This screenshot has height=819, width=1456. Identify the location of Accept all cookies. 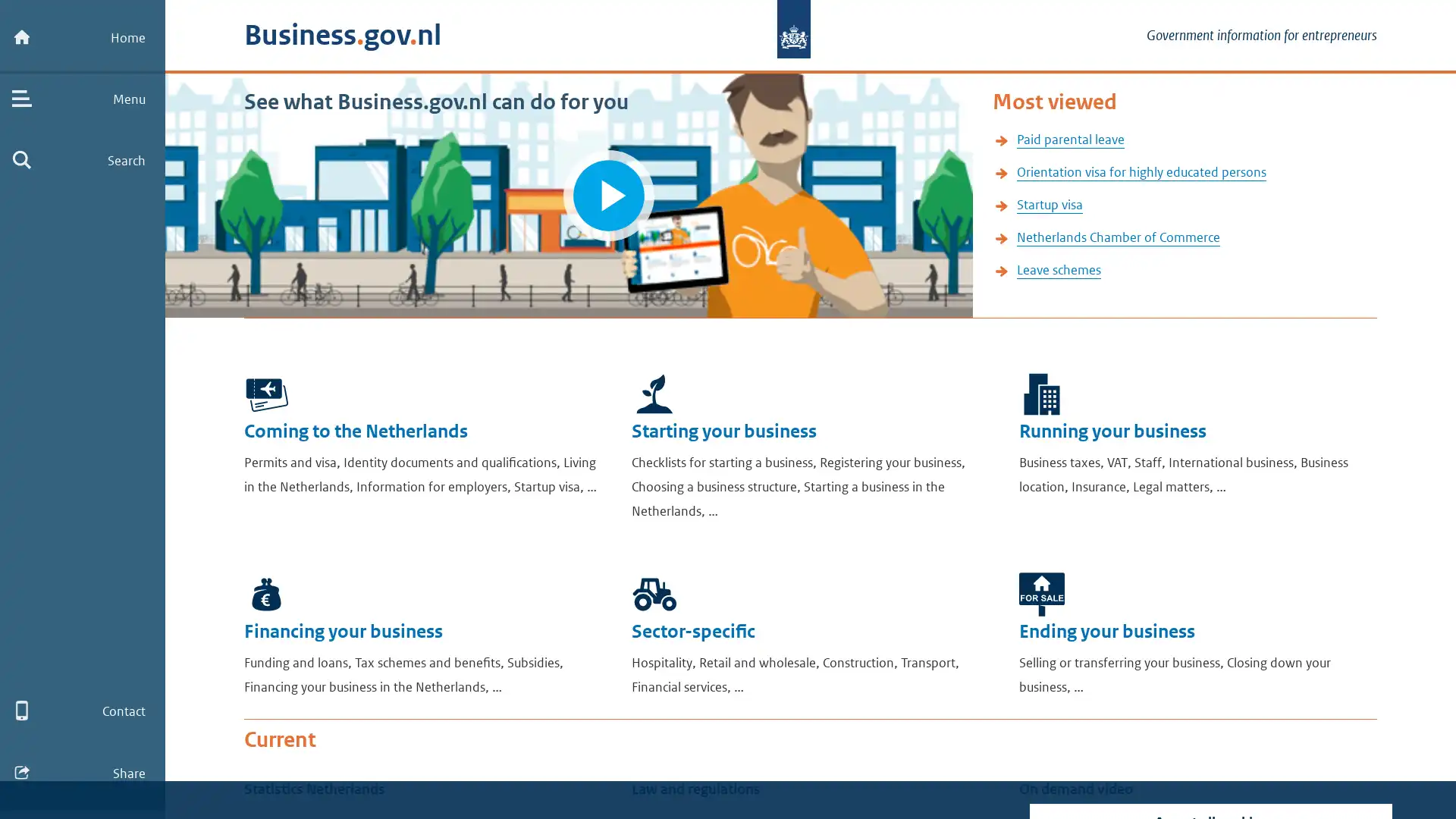
(1210, 716).